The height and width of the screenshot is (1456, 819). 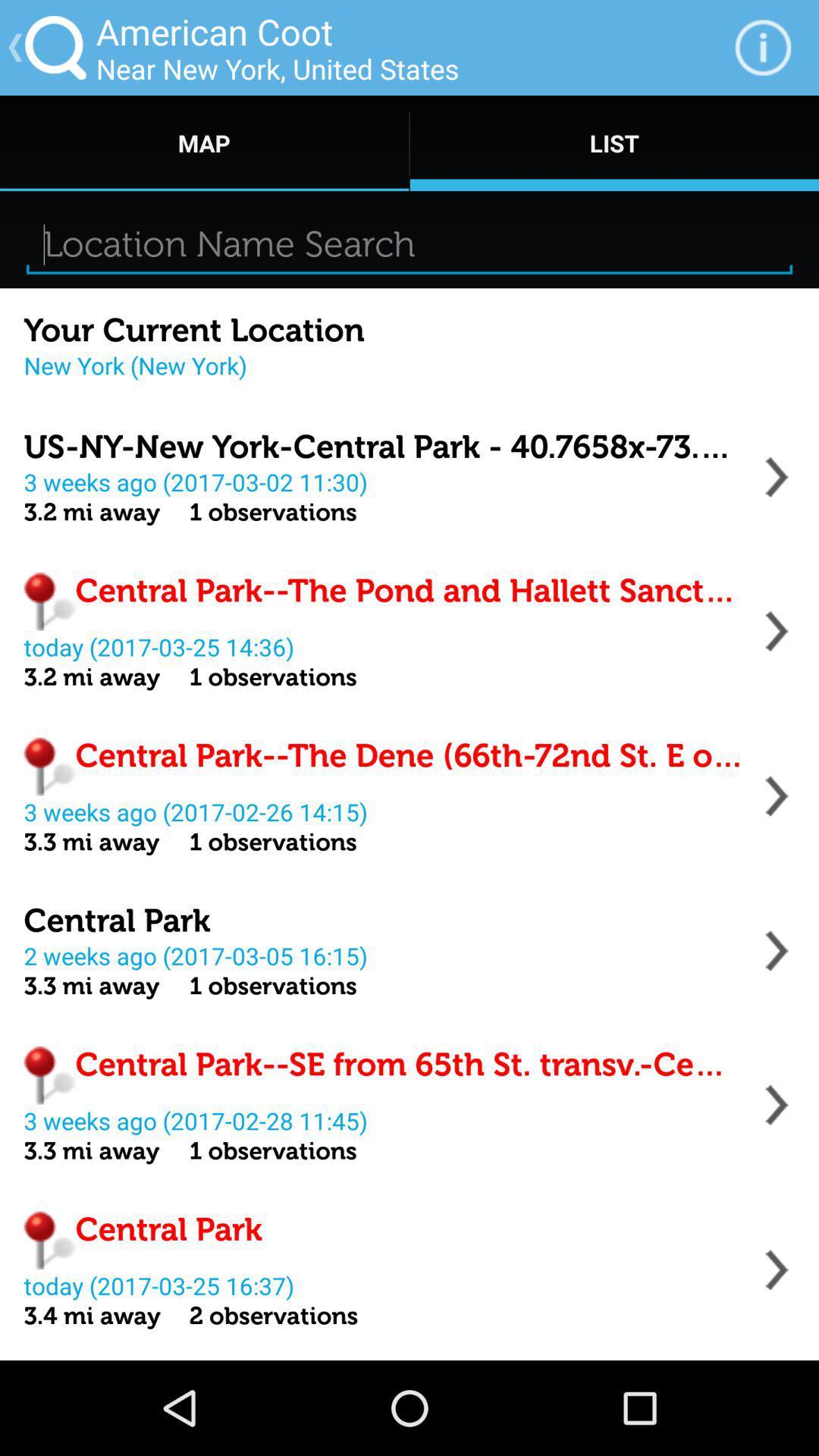 What do you see at coordinates (409, 244) in the screenshot?
I see `the text which says location name search` at bounding box center [409, 244].